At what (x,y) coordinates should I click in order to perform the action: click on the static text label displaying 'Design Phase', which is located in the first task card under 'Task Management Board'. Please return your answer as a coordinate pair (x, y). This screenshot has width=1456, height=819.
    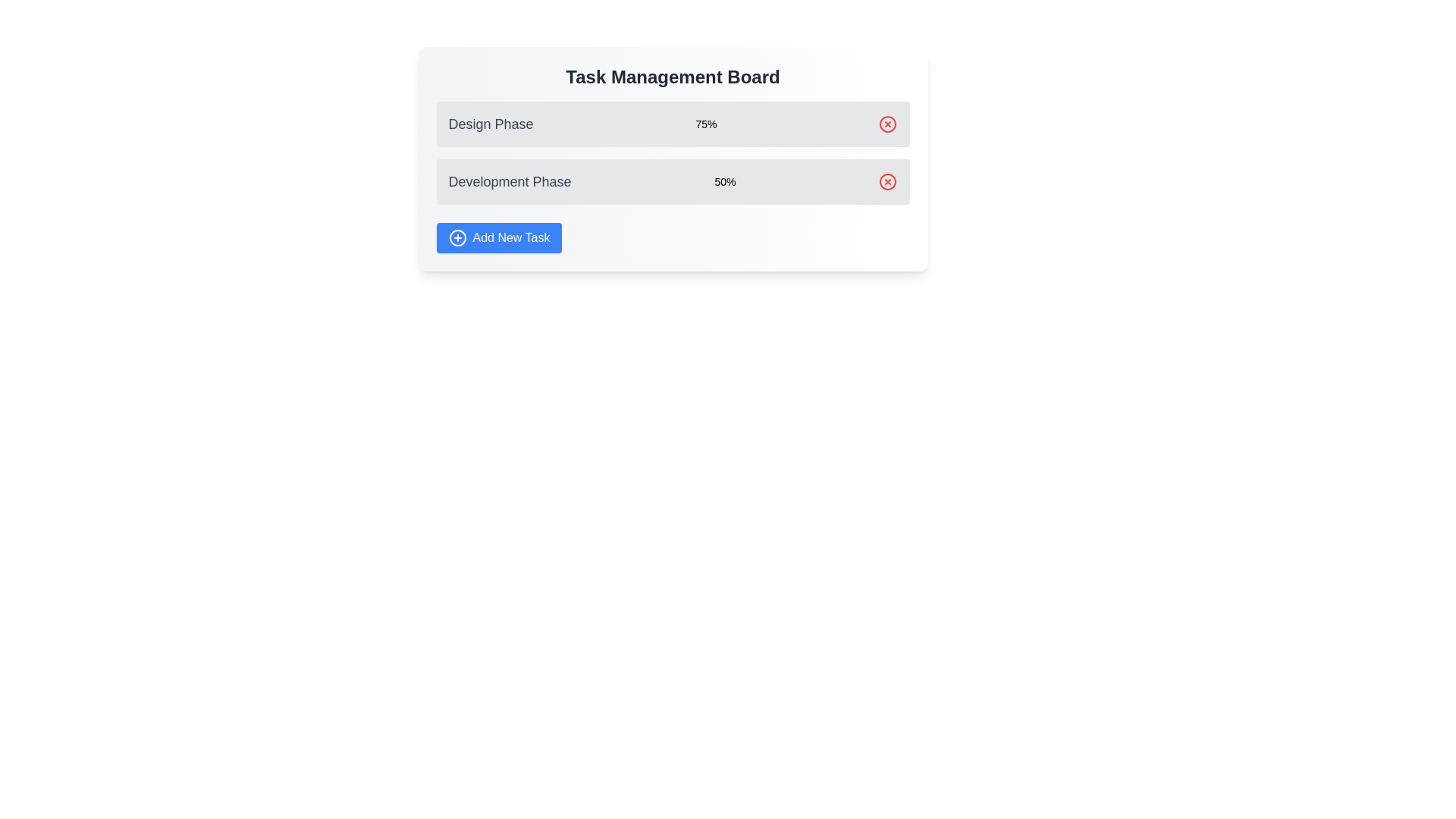
    Looking at the image, I should click on (491, 124).